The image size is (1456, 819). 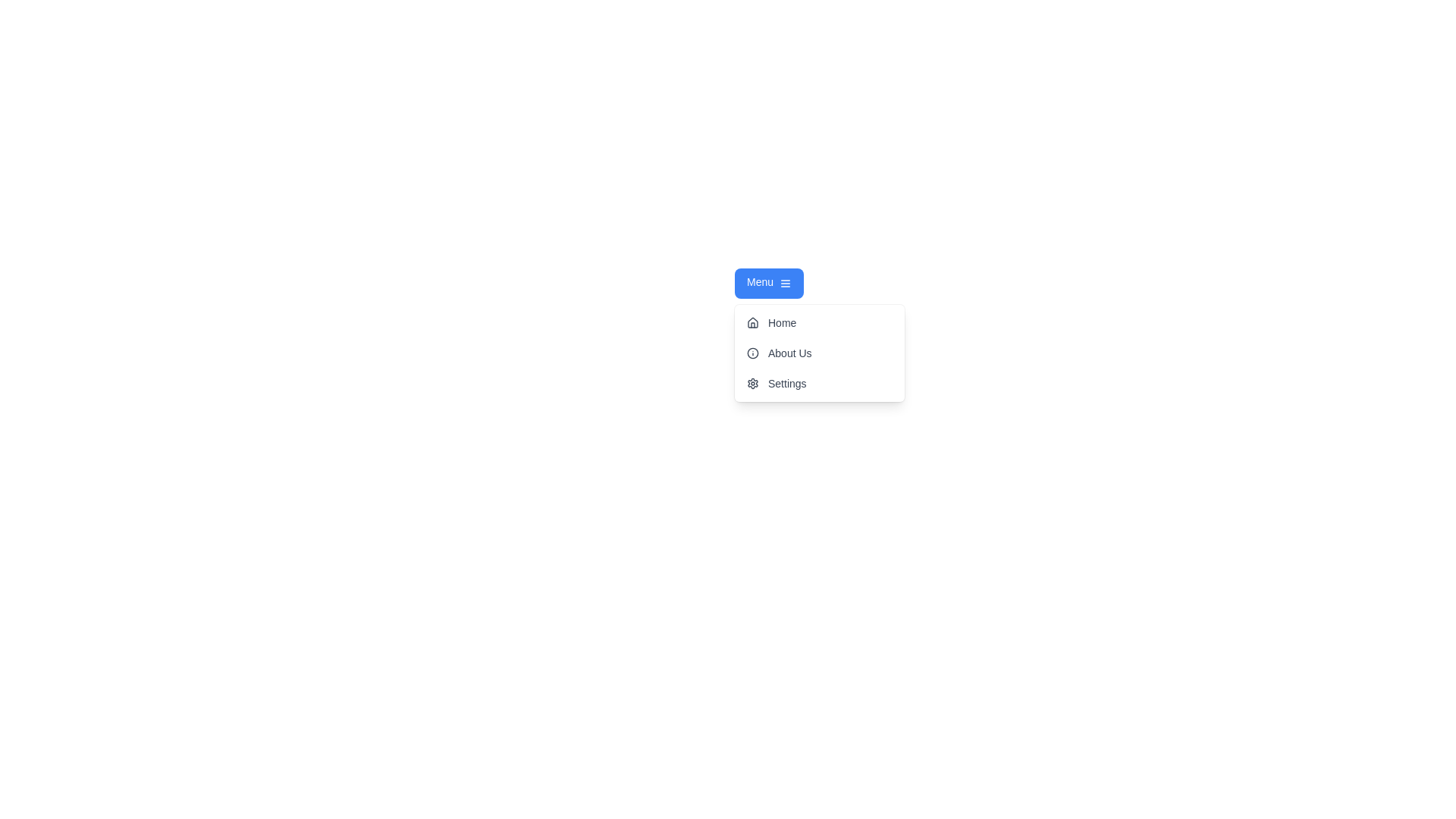 I want to click on the second option in the vertical menu list, so click(x=818, y=353).